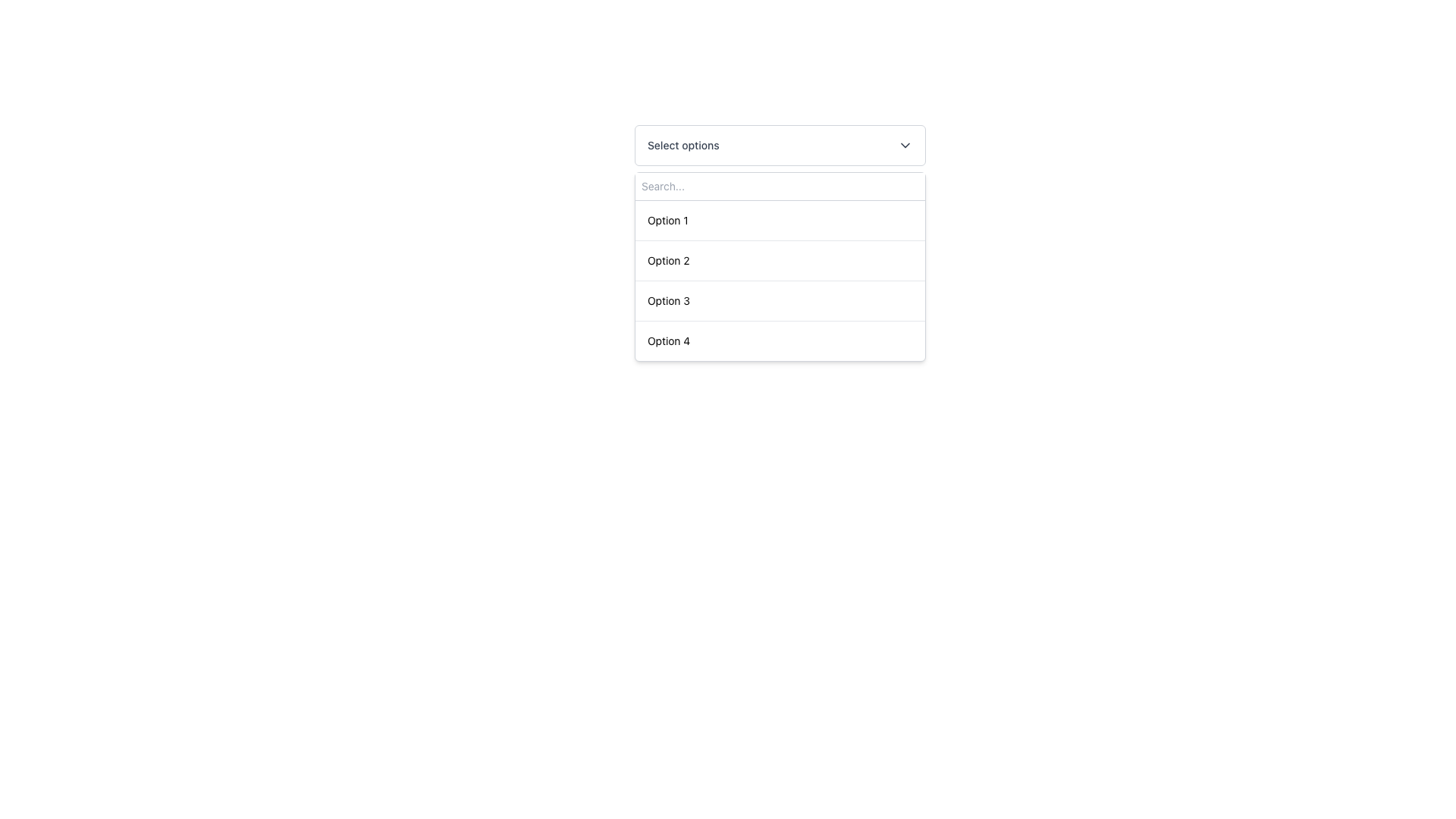 Image resolution: width=1456 pixels, height=819 pixels. What do you see at coordinates (780, 339) in the screenshot?
I see `the fourth item labeled 'Option 4' in the dropdown list` at bounding box center [780, 339].